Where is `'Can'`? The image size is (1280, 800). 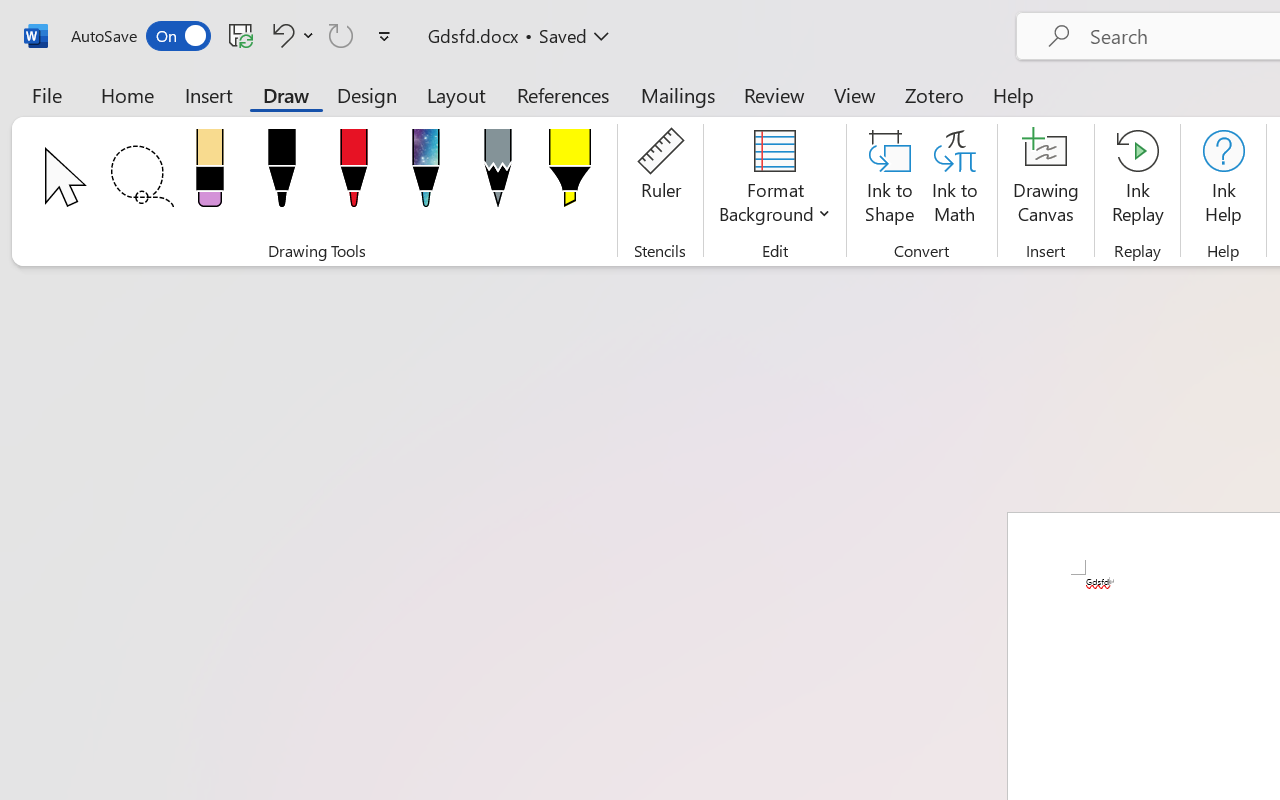 'Can' is located at coordinates (341, 34).